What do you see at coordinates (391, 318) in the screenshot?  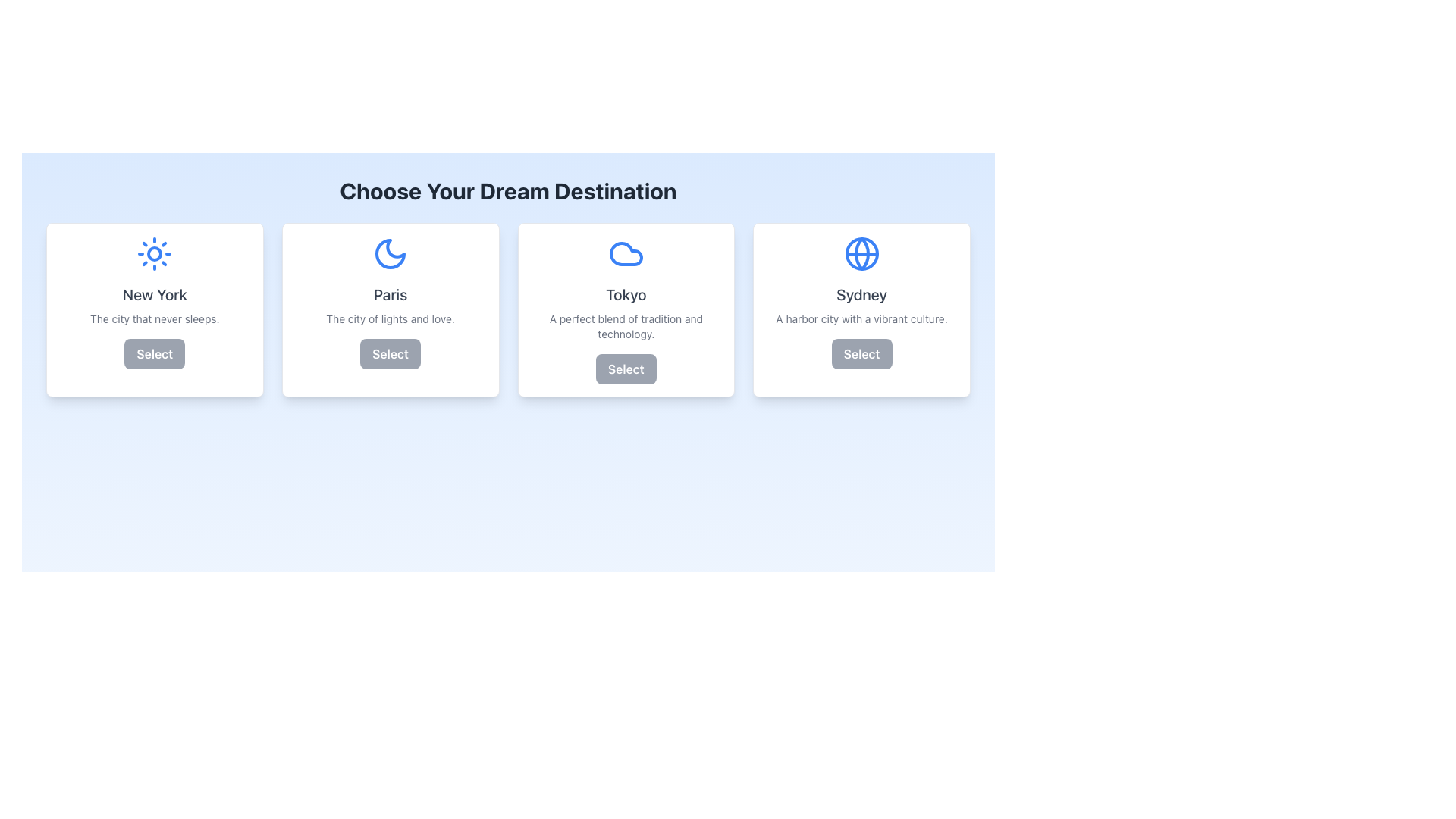 I see `the text label displaying 'The city of lights and love.' which is located below the 'Paris' heading and above the 'Select' button in the 'Paris' card` at bounding box center [391, 318].